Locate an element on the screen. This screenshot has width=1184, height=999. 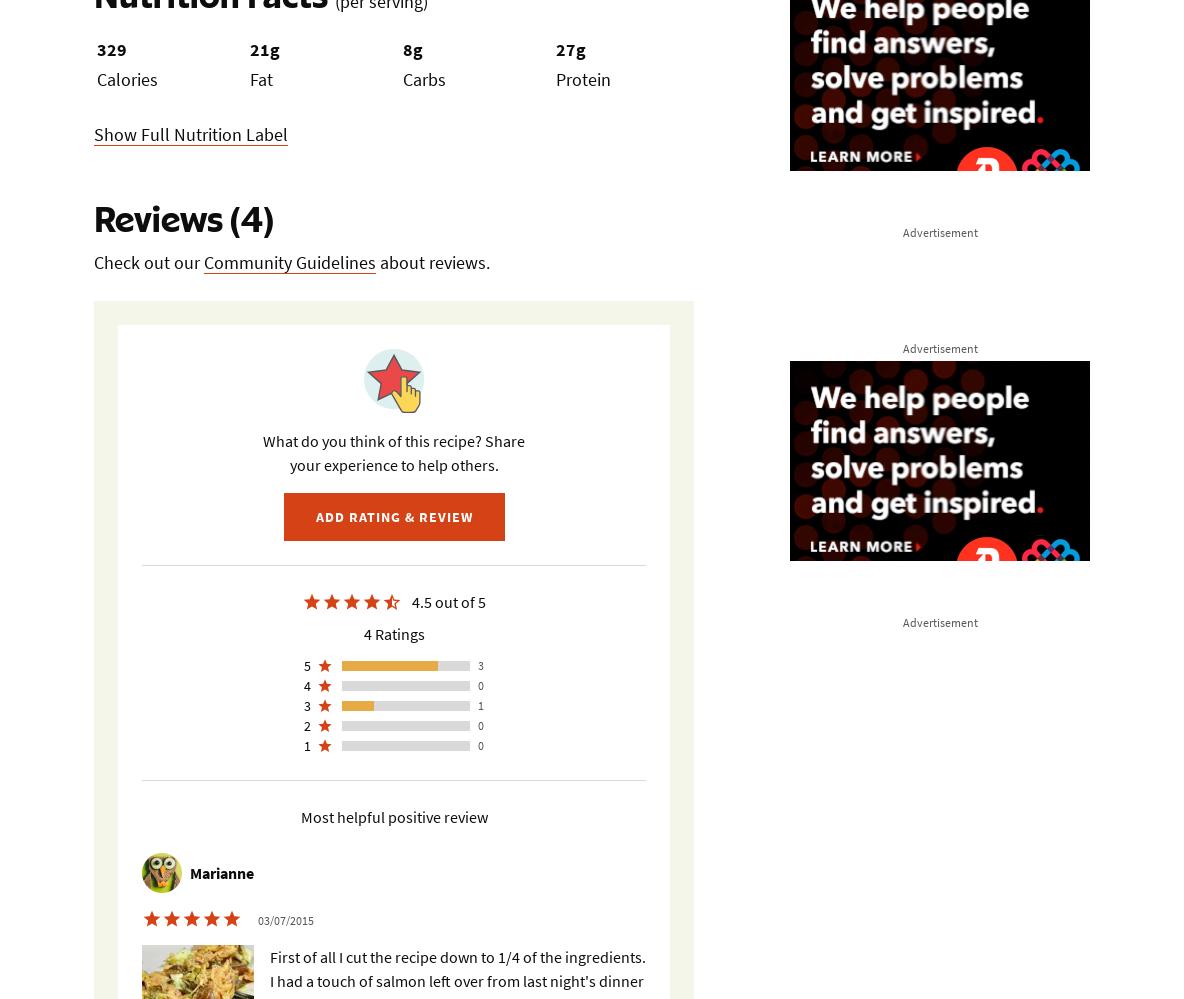
'Fat' is located at coordinates (249, 78).